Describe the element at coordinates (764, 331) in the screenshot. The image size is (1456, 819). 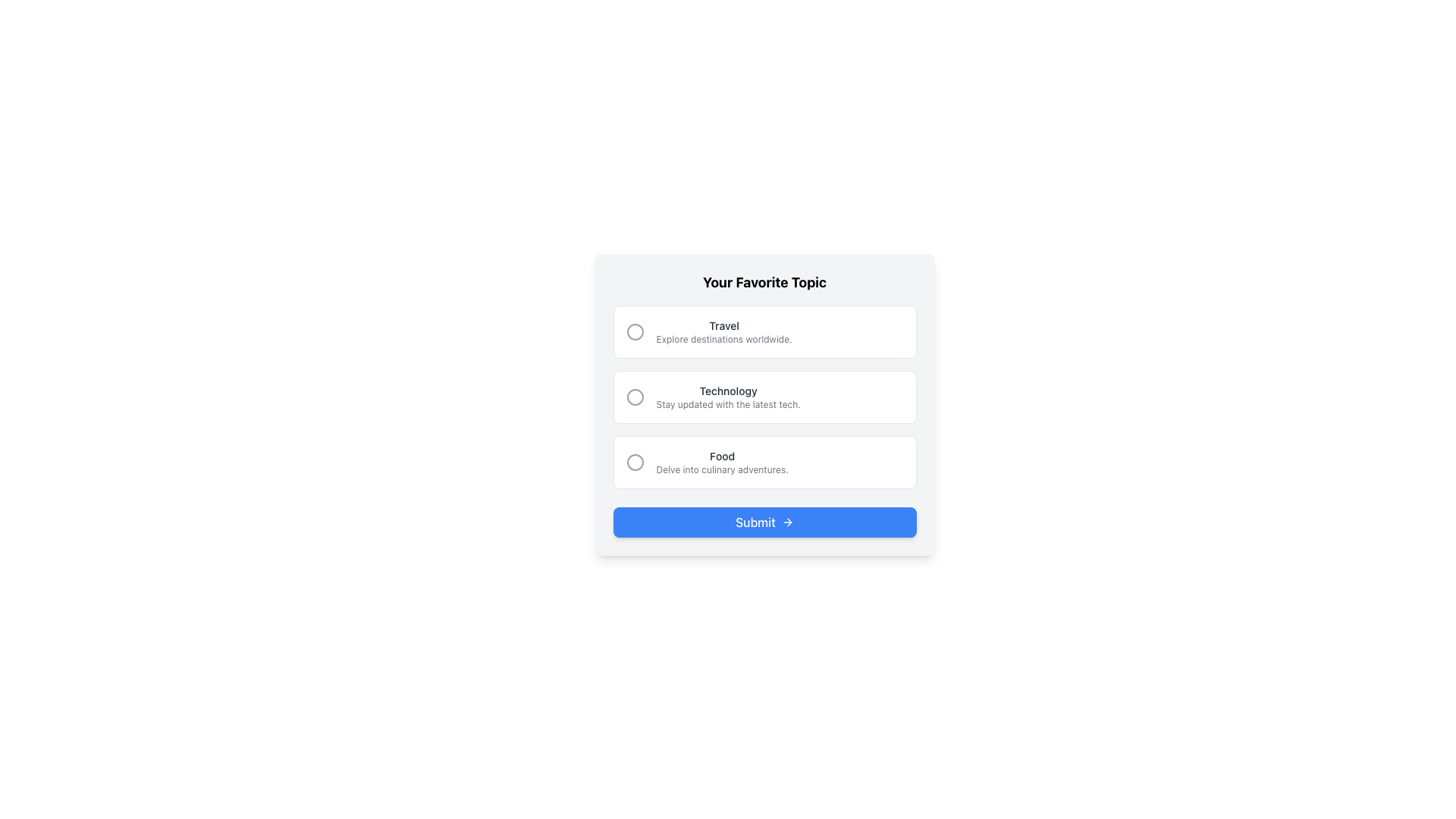
I see `the first selectable list item` at that location.